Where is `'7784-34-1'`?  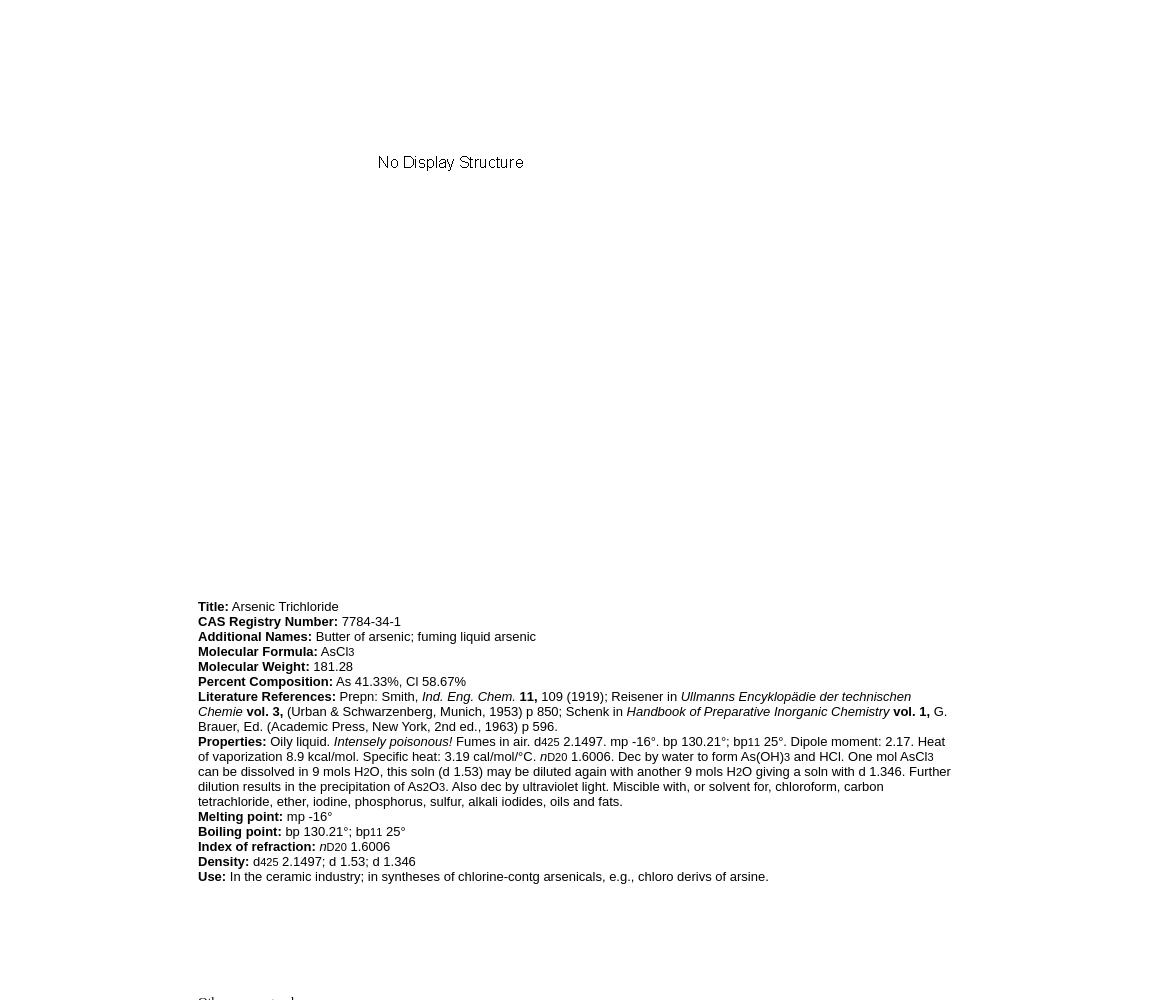
'7784-34-1' is located at coordinates (337, 620).